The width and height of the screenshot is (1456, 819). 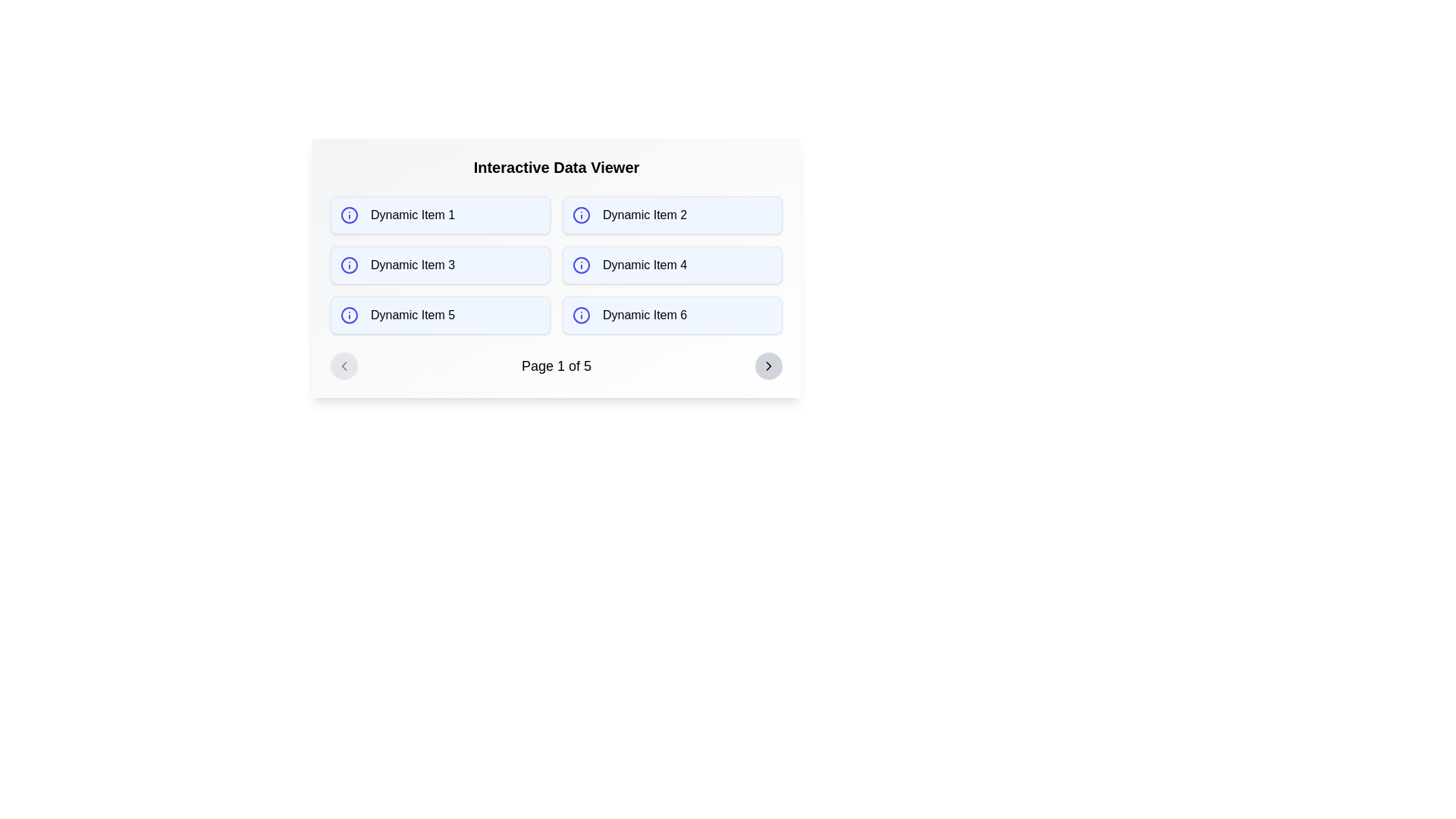 What do you see at coordinates (348, 215) in the screenshot?
I see `the circular graphical element located at the top-left corner of a grid layout` at bounding box center [348, 215].